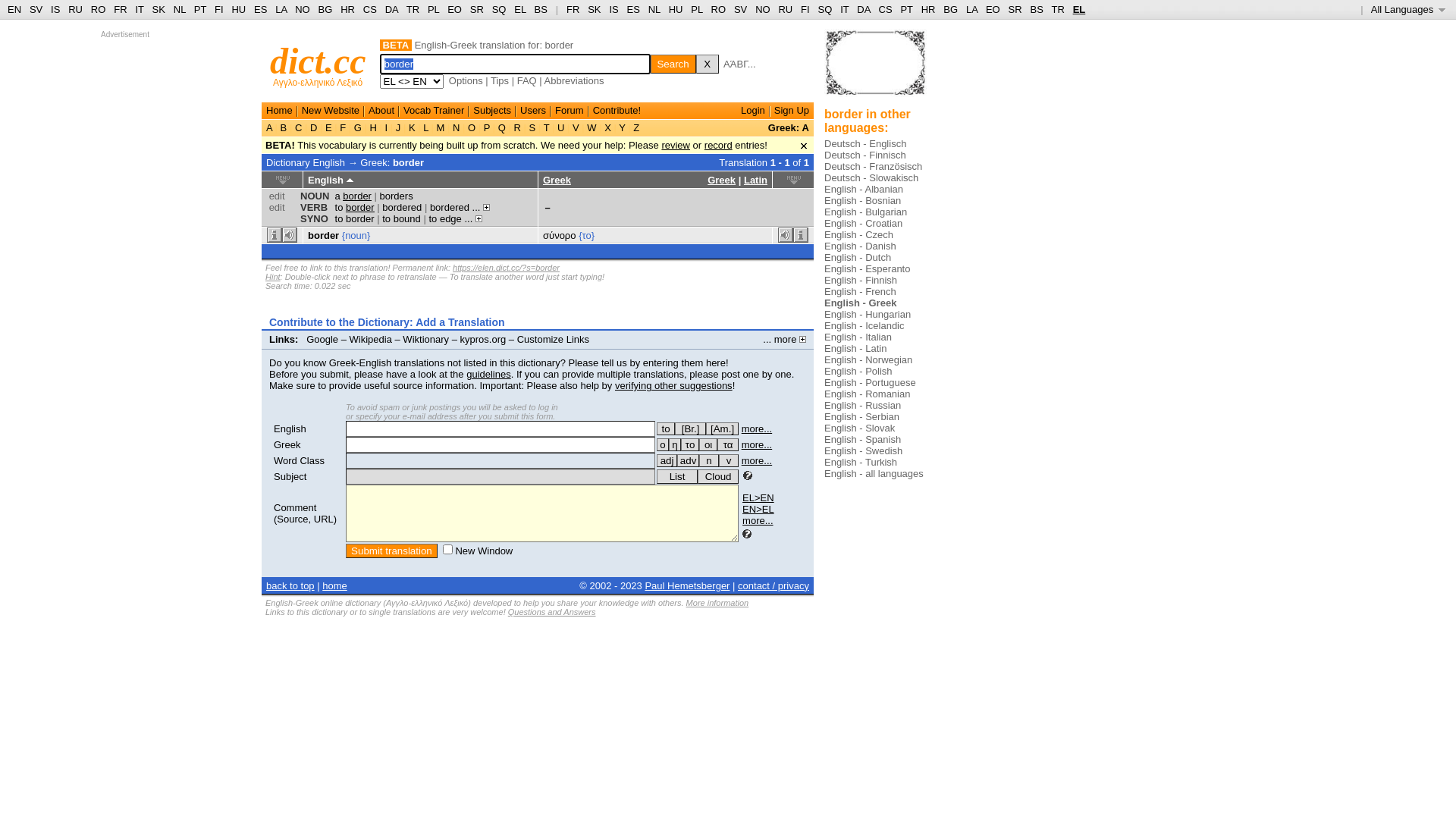 The height and width of the screenshot is (819, 1456). What do you see at coordinates (860, 291) in the screenshot?
I see `'English - French'` at bounding box center [860, 291].